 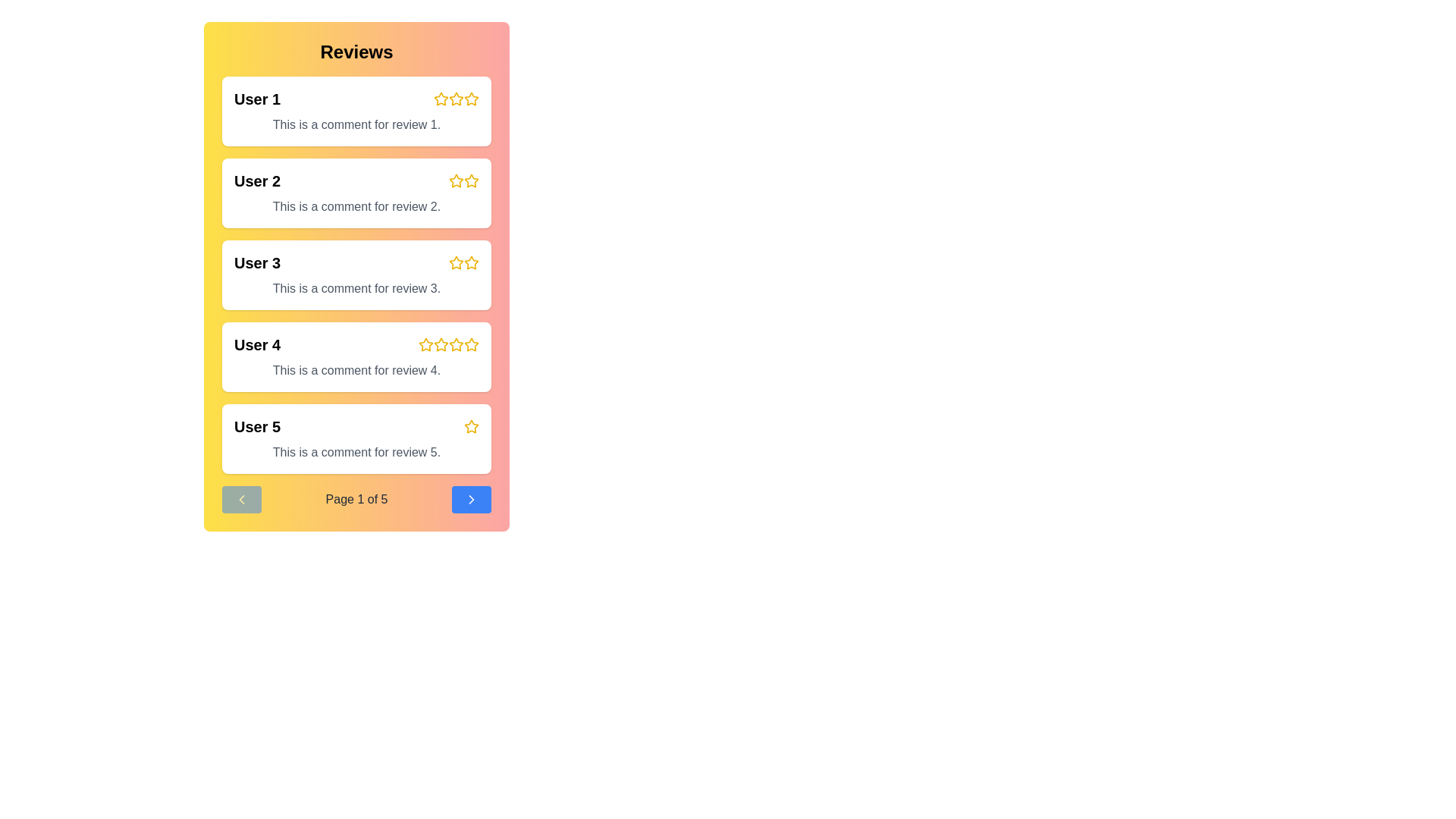 I want to click on the second star in the rating system for 'User 3' review to adjust the rating, so click(x=463, y=262).